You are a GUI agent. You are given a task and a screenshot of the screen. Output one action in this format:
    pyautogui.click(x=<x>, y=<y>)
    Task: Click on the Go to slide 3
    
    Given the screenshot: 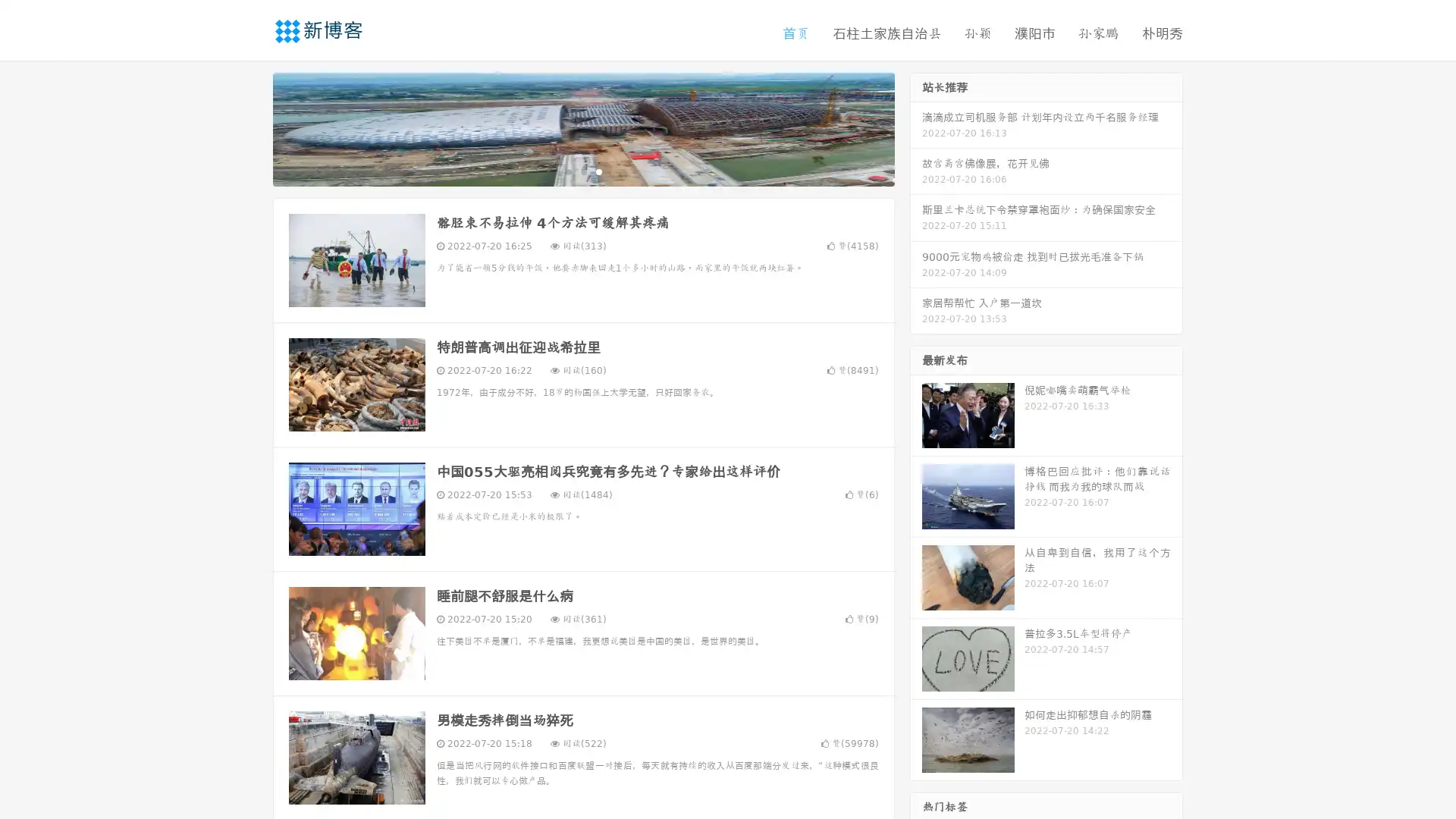 What is the action you would take?
    pyautogui.click(x=598, y=171)
    